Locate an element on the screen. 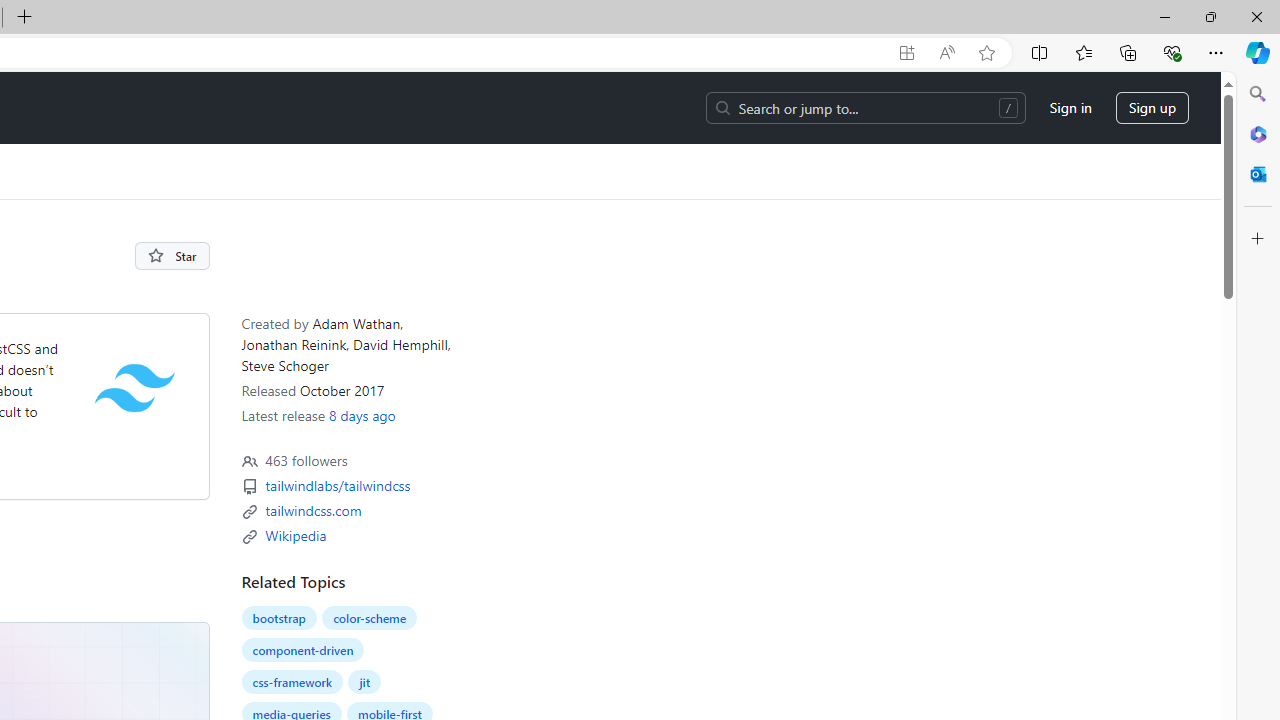 The height and width of the screenshot is (720, 1280). 'component-driven' is located at coordinates (301, 649).